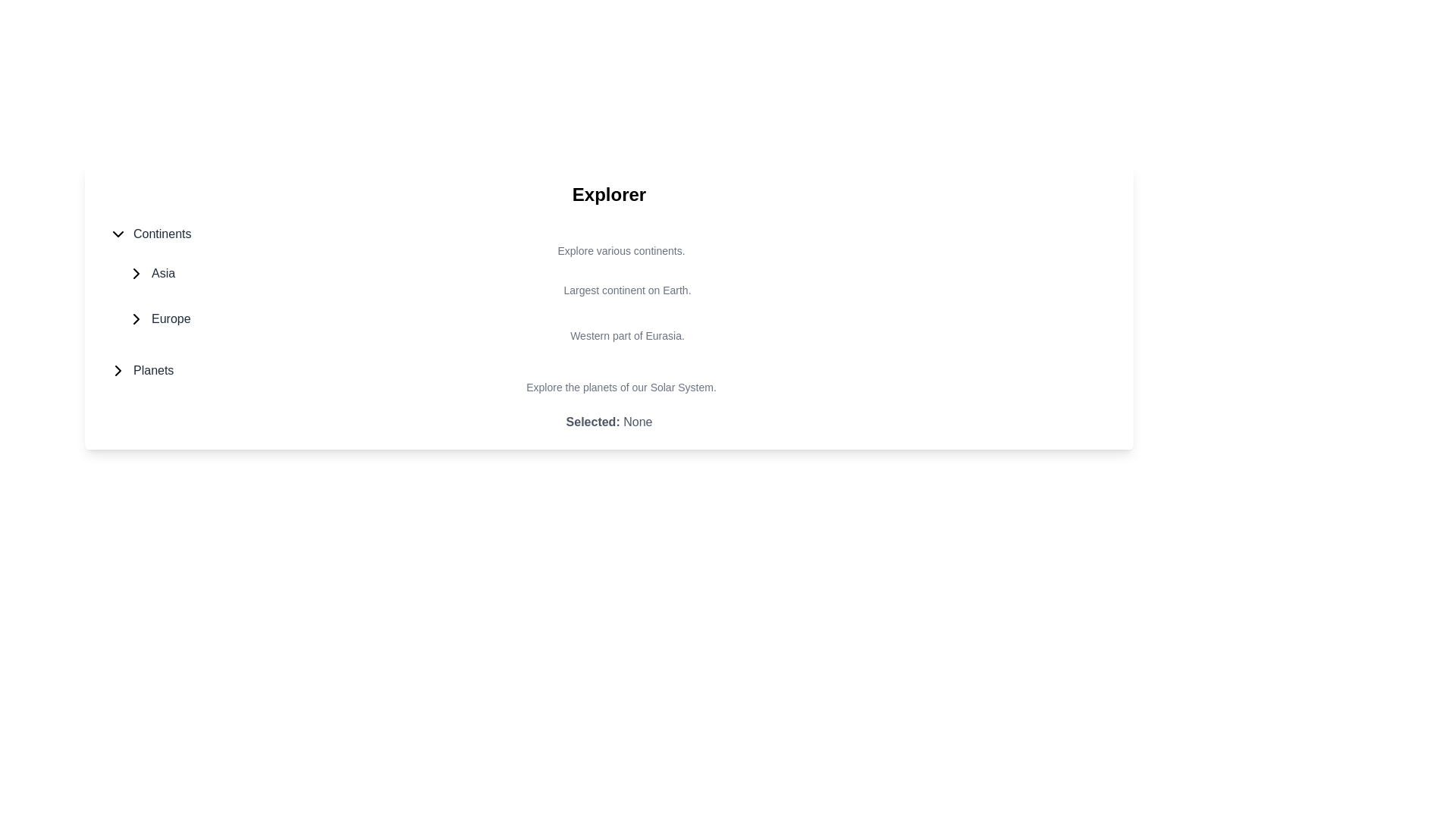 The width and height of the screenshot is (1456, 819). I want to click on the 'Planets' text label within the navigation menu, so click(153, 371).